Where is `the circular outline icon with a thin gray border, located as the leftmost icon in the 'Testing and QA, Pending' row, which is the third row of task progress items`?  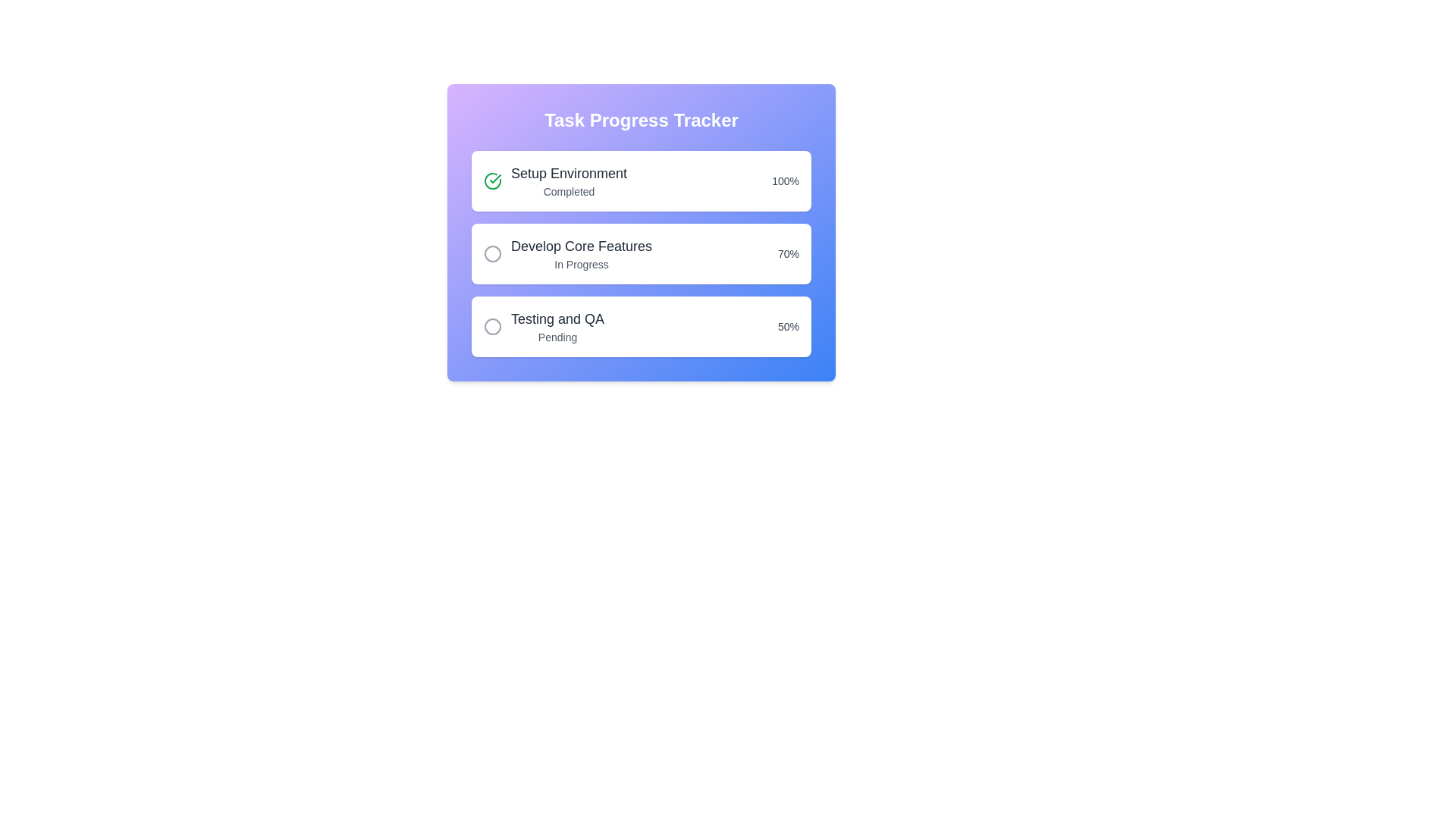
the circular outline icon with a thin gray border, located as the leftmost icon in the 'Testing and QA, Pending' row, which is the third row of task progress items is located at coordinates (492, 326).